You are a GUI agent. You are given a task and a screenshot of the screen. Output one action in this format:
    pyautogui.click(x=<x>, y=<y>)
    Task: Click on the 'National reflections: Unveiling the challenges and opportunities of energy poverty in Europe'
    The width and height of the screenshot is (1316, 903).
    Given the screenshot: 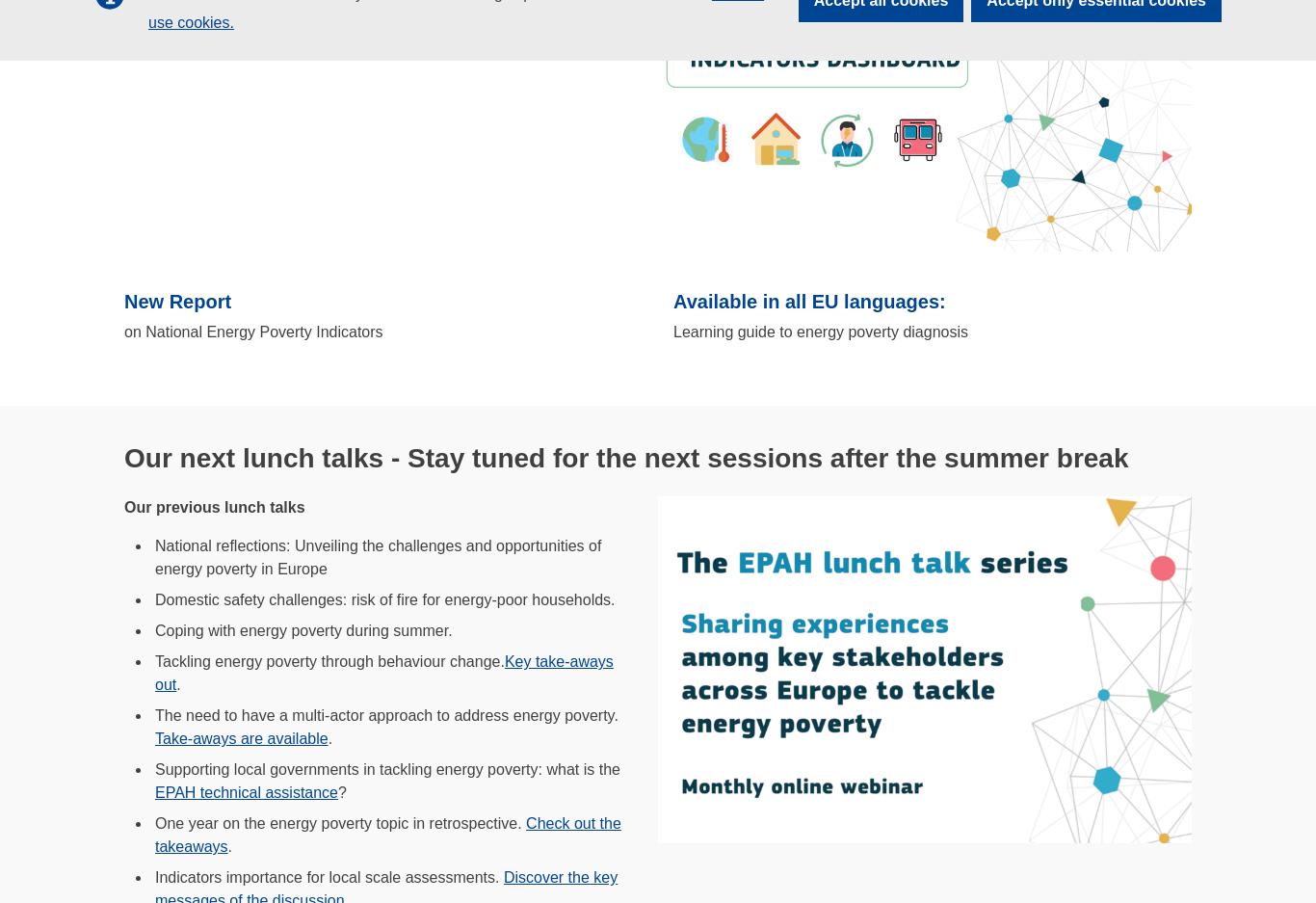 What is the action you would take?
    pyautogui.click(x=377, y=556)
    